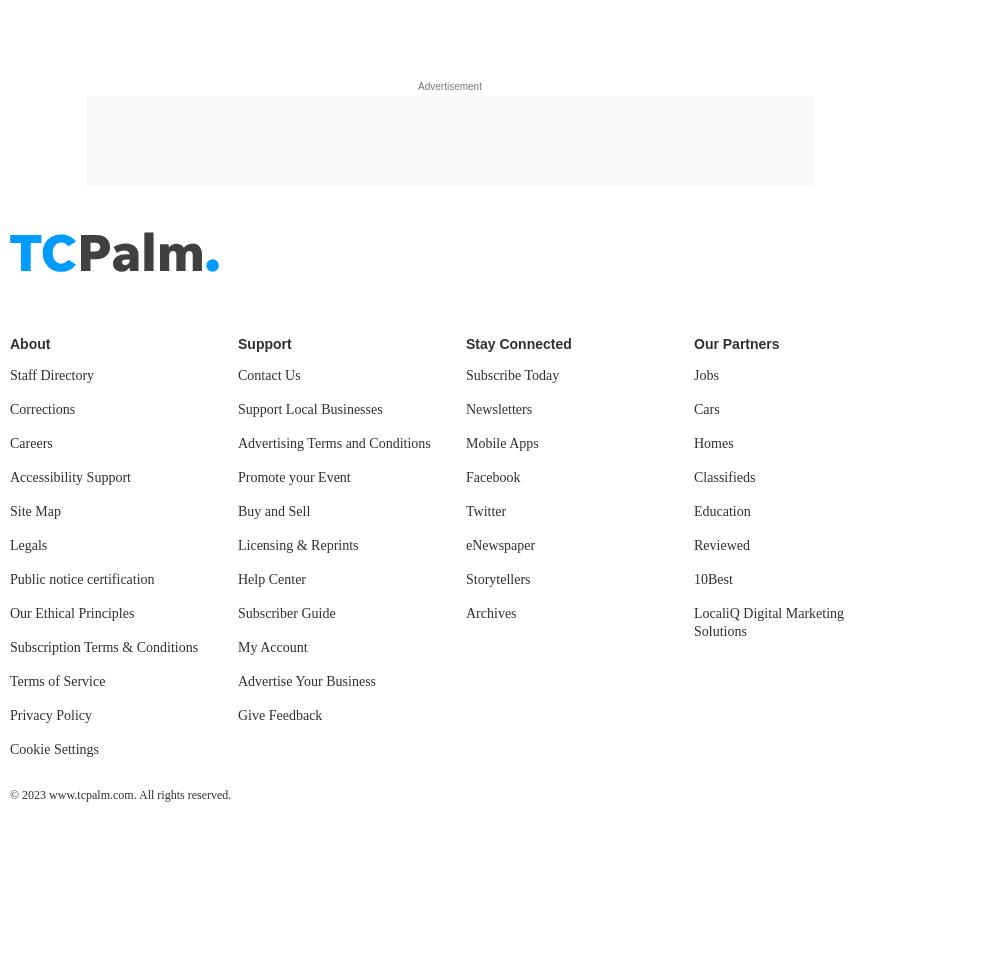  Describe the element at coordinates (769, 61) in the screenshot. I see `'LocaliQ Digital Marketing Solutions'` at that location.